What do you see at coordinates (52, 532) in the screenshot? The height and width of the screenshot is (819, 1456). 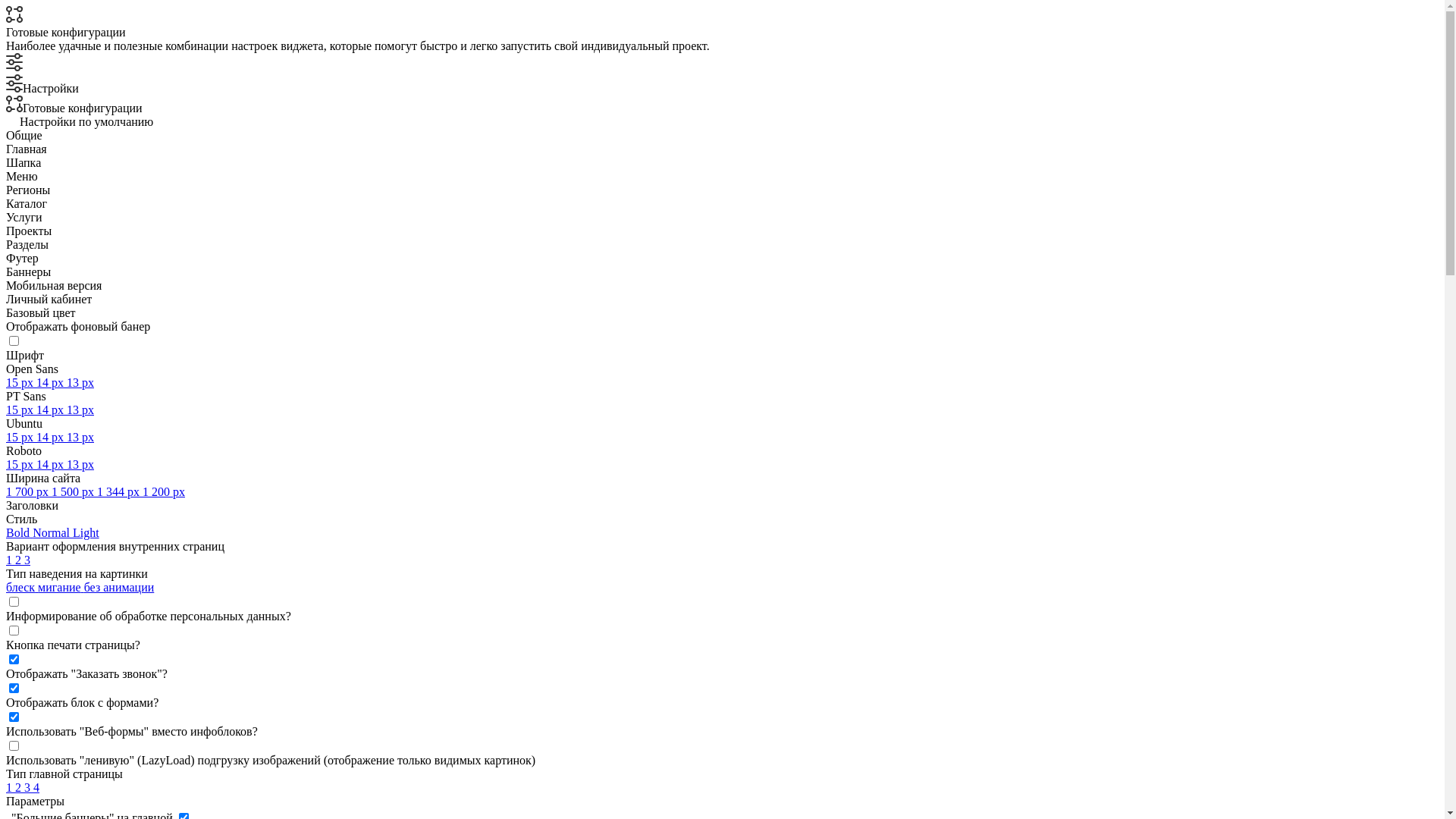 I see `'Normal'` at bounding box center [52, 532].